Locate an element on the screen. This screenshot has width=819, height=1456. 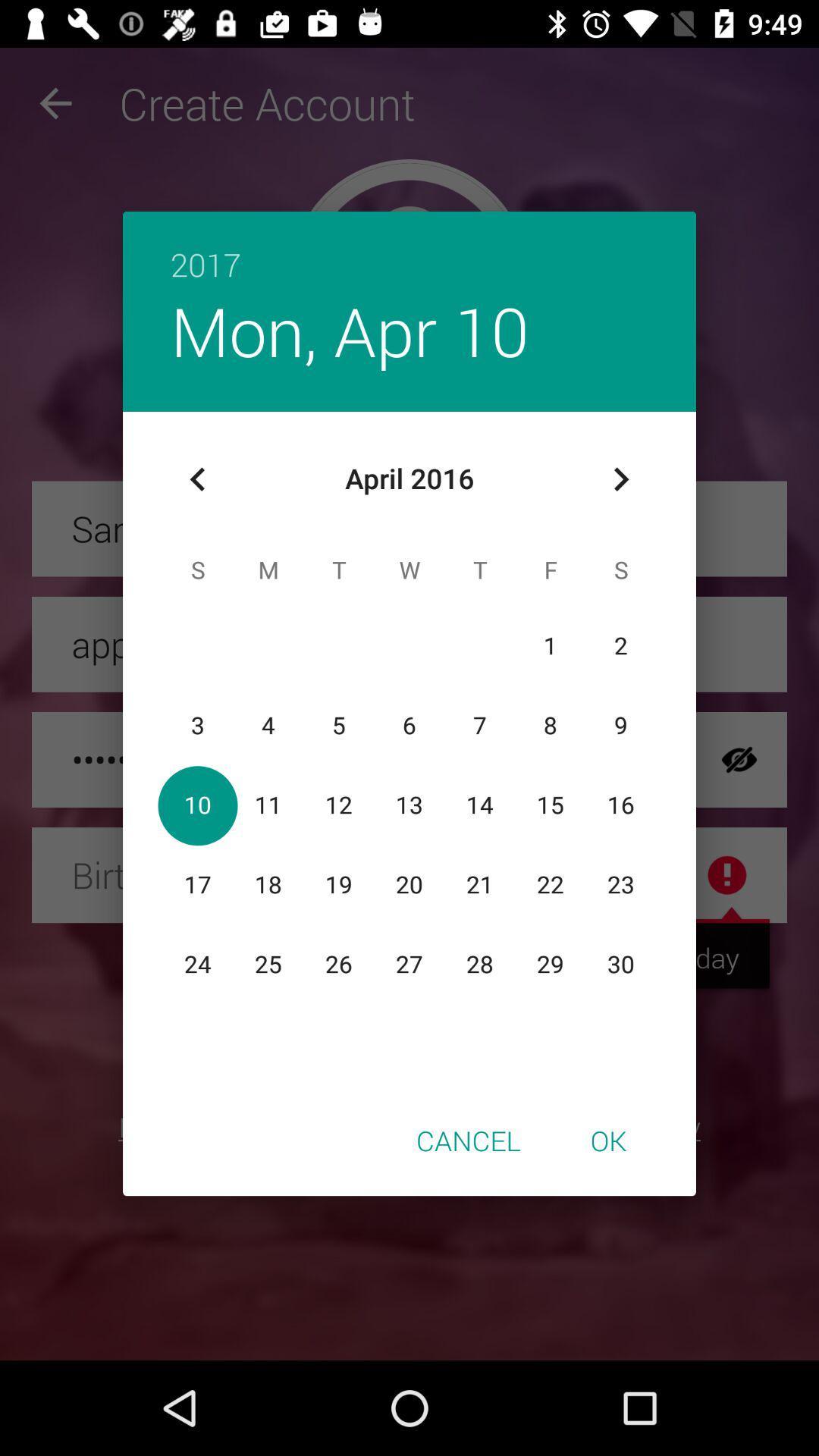
the icon below the 2017 item is located at coordinates (350, 330).